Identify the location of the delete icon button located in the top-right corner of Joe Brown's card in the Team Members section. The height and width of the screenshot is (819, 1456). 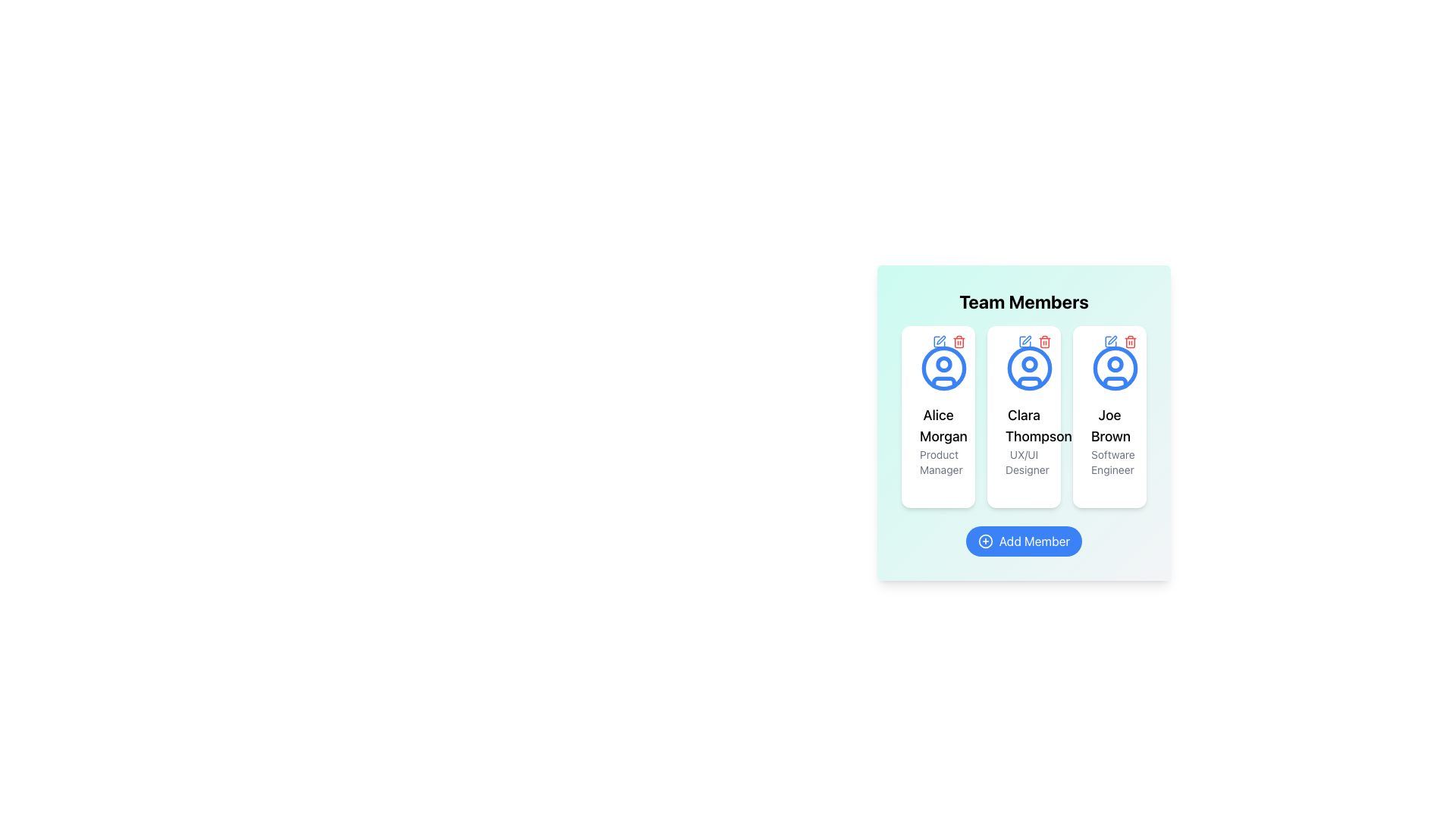
(1131, 342).